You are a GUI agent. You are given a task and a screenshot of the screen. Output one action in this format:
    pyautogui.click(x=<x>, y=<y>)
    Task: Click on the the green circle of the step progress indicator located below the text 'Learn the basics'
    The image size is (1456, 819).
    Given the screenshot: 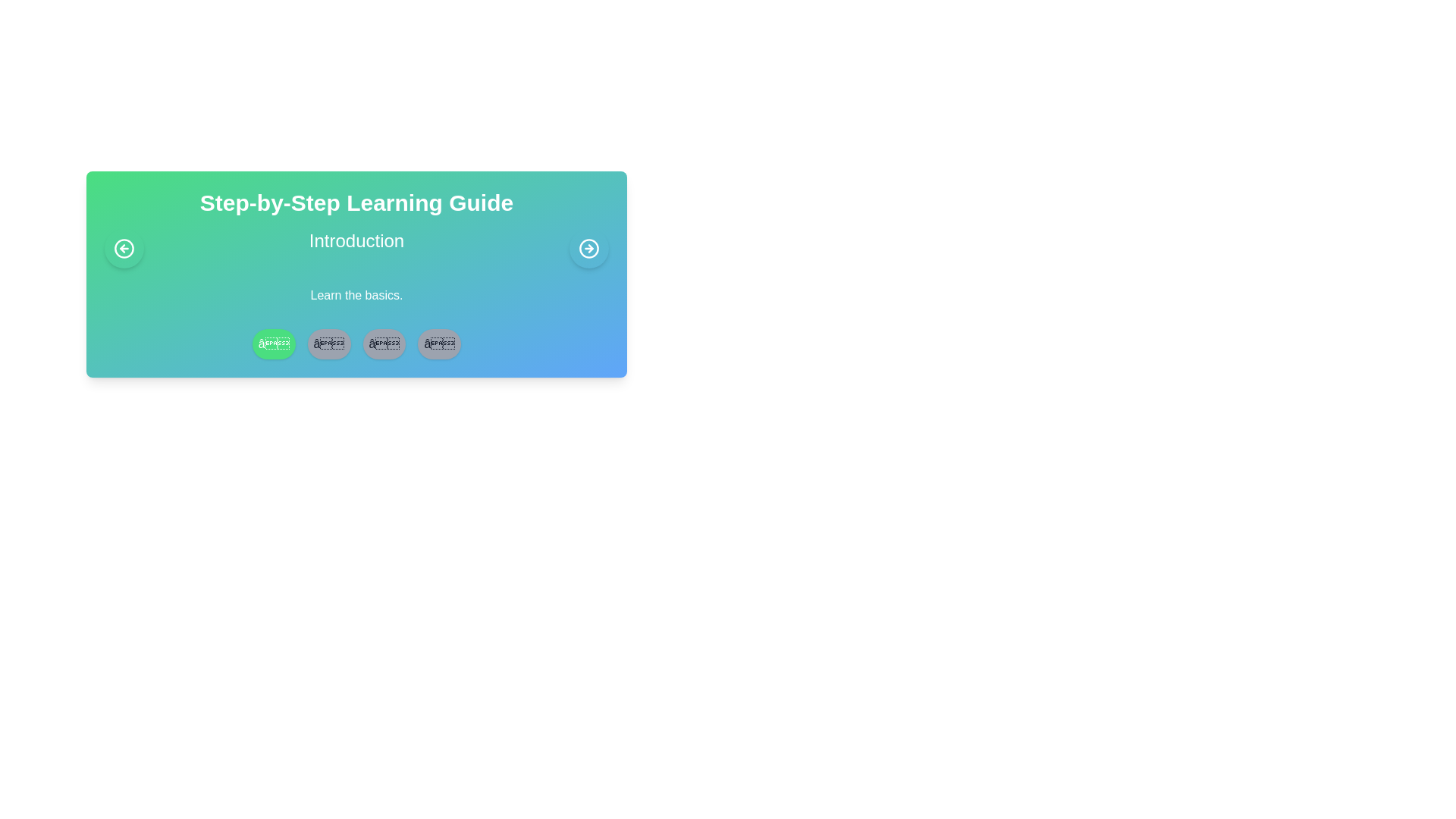 What is the action you would take?
    pyautogui.click(x=356, y=344)
    